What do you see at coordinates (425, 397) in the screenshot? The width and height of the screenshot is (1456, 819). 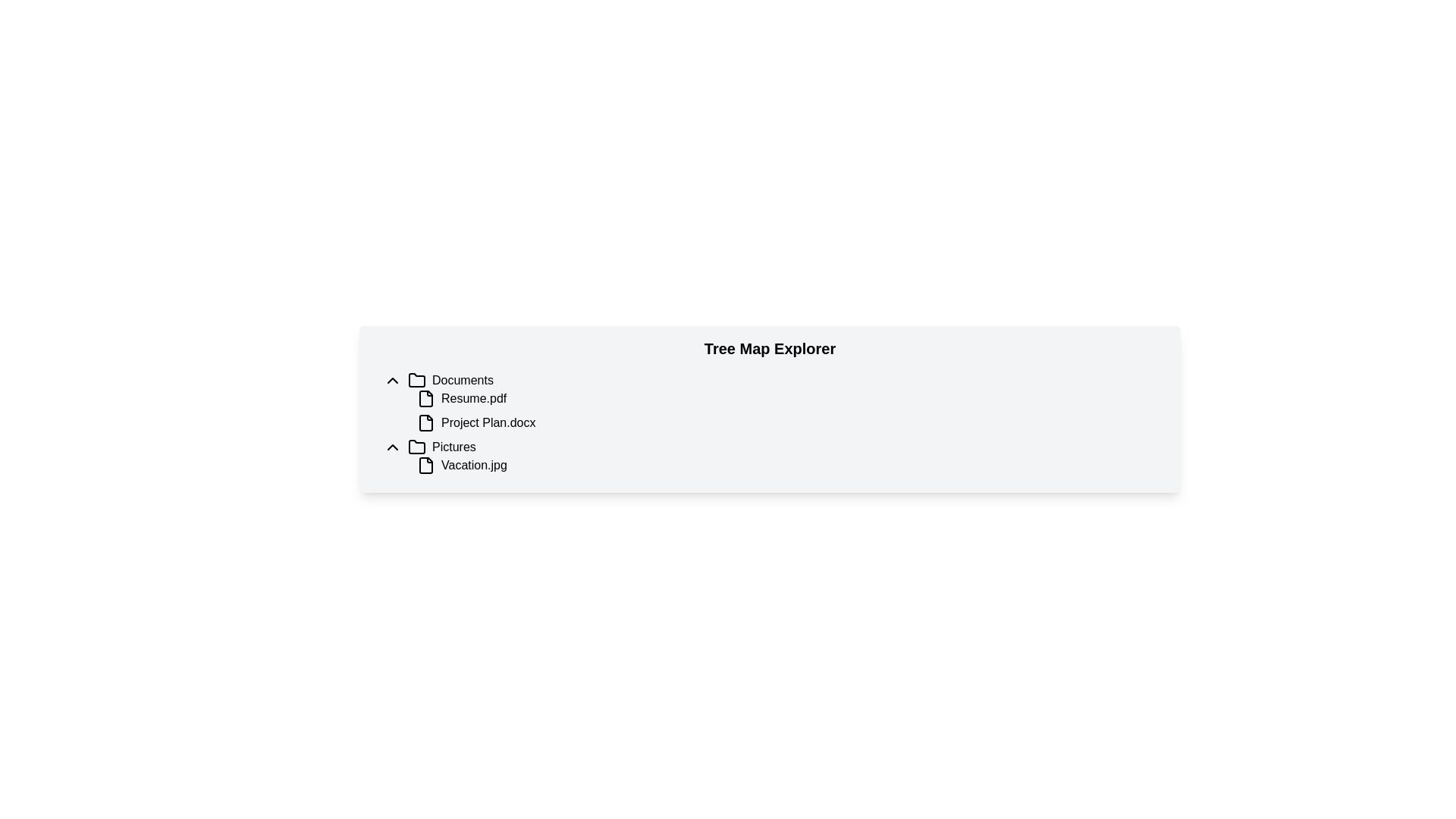 I see `the File icon representing the 'Resume.pdf' document entry in the 'Documents' folder section` at bounding box center [425, 397].